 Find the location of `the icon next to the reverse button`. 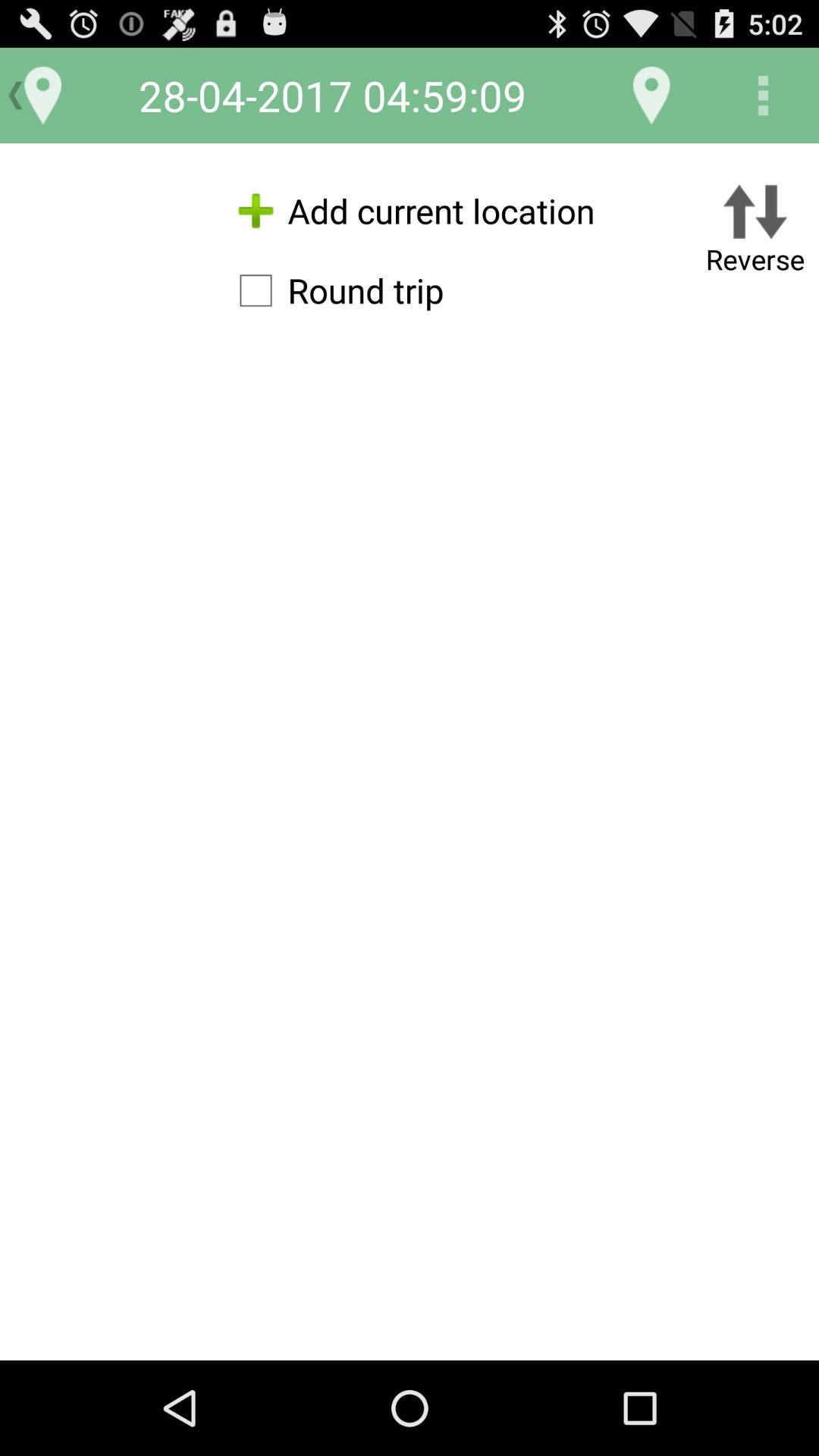

the icon next to the reverse button is located at coordinates (409, 210).